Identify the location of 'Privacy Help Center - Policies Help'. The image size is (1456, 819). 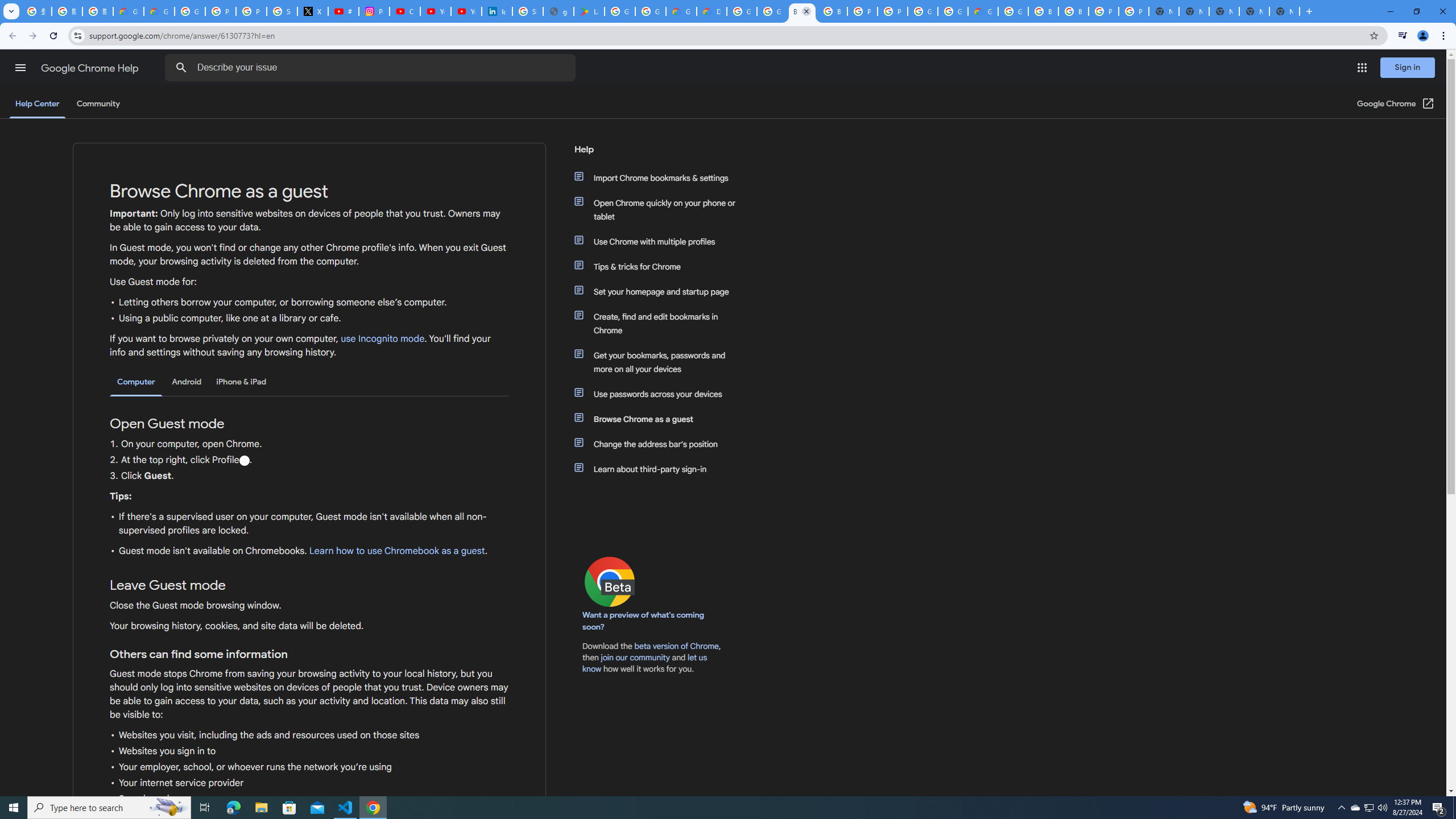
(251, 11).